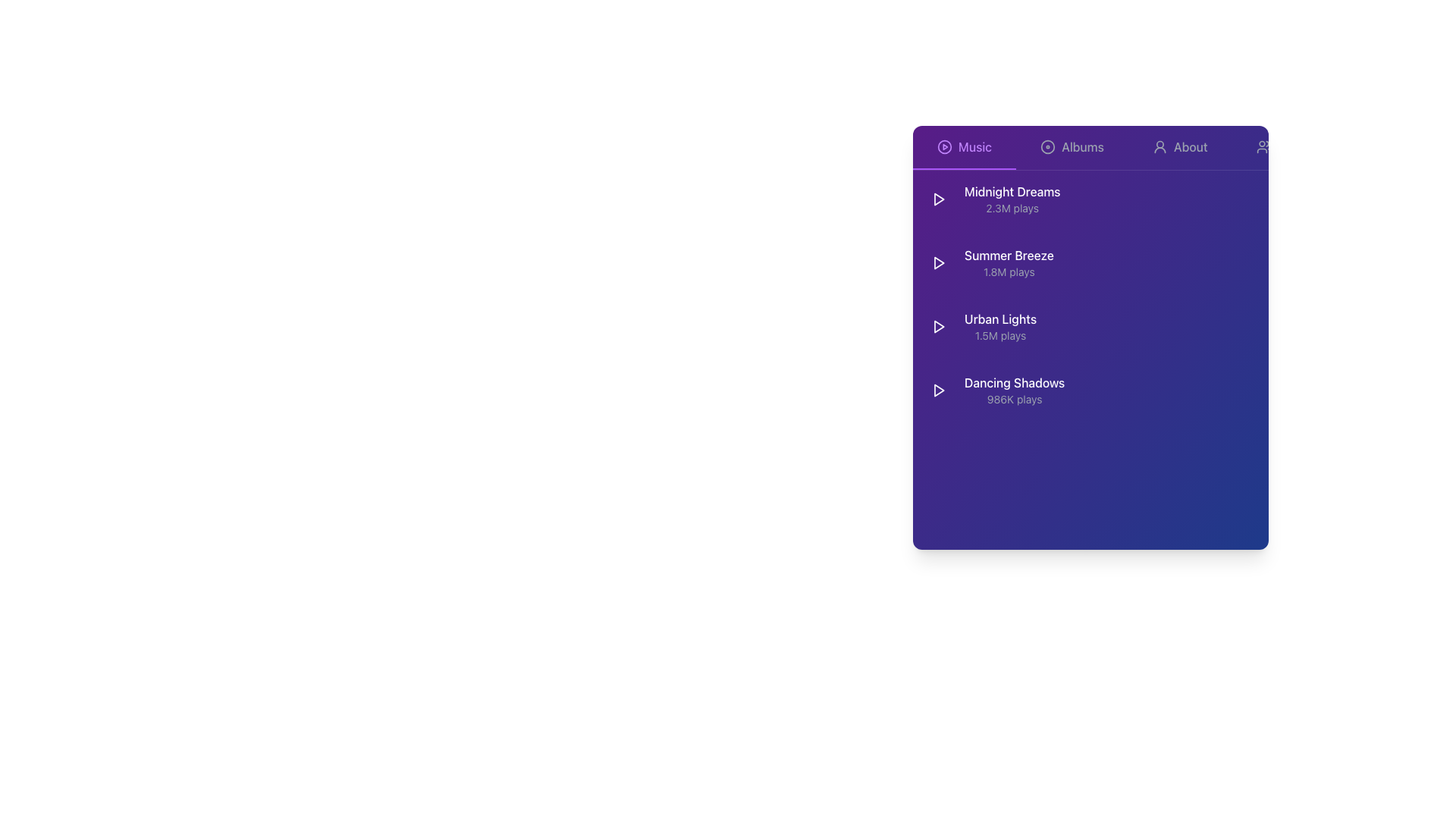 This screenshot has height=819, width=1456. What do you see at coordinates (1144, 262) in the screenshot?
I see `the SVG circle element representing a decorative or functional component for 'Summer Breeze', which is part of a circular design including a play button` at bounding box center [1144, 262].